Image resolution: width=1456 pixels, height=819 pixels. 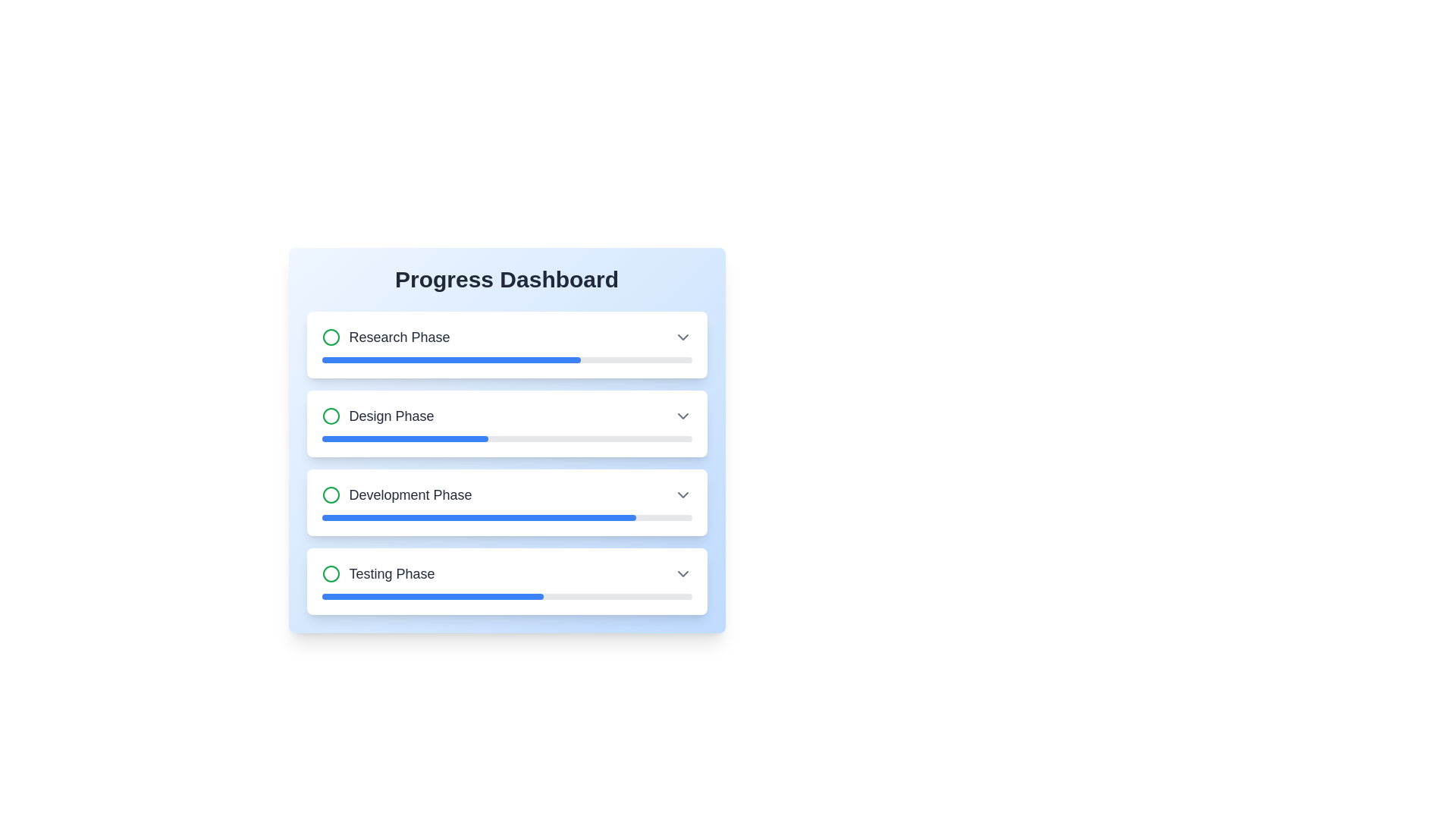 What do you see at coordinates (507, 438) in the screenshot?
I see `the progress bar located within the 'Design Phase' card in the second section of the 'Progress Dashboard', positioned below the title and above other details` at bounding box center [507, 438].